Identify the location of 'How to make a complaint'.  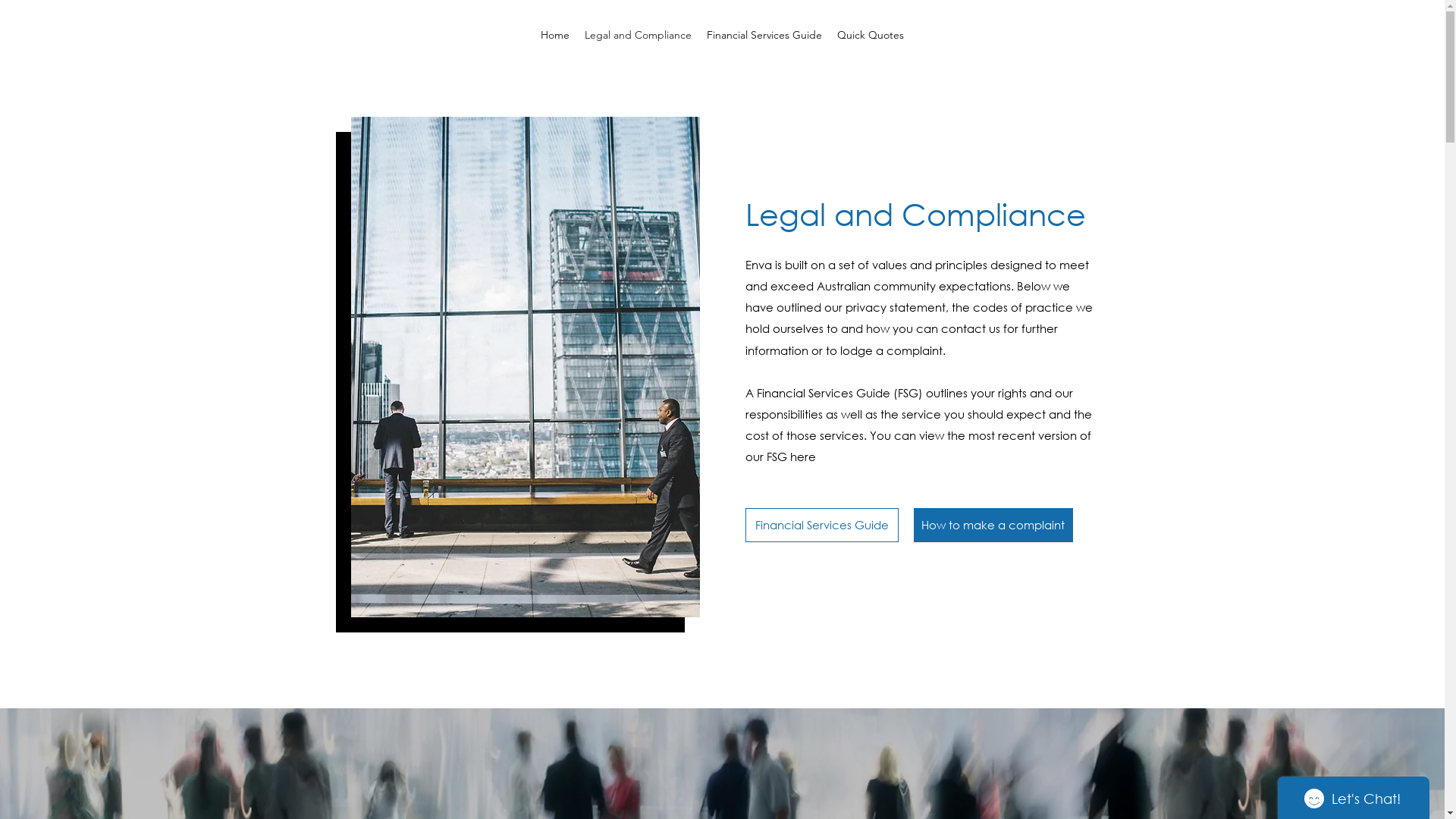
(993, 524).